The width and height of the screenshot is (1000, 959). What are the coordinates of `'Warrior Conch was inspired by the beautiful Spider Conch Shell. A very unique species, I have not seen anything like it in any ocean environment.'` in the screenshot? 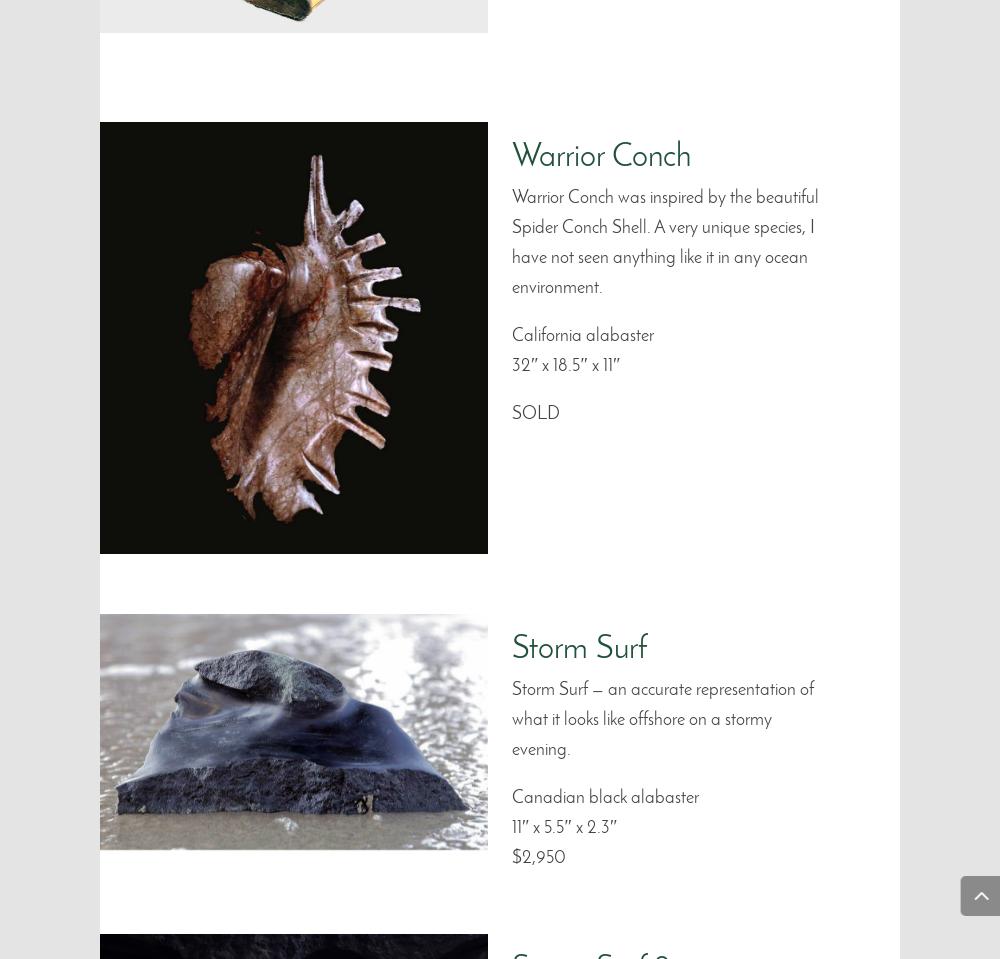 It's located at (512, 243).